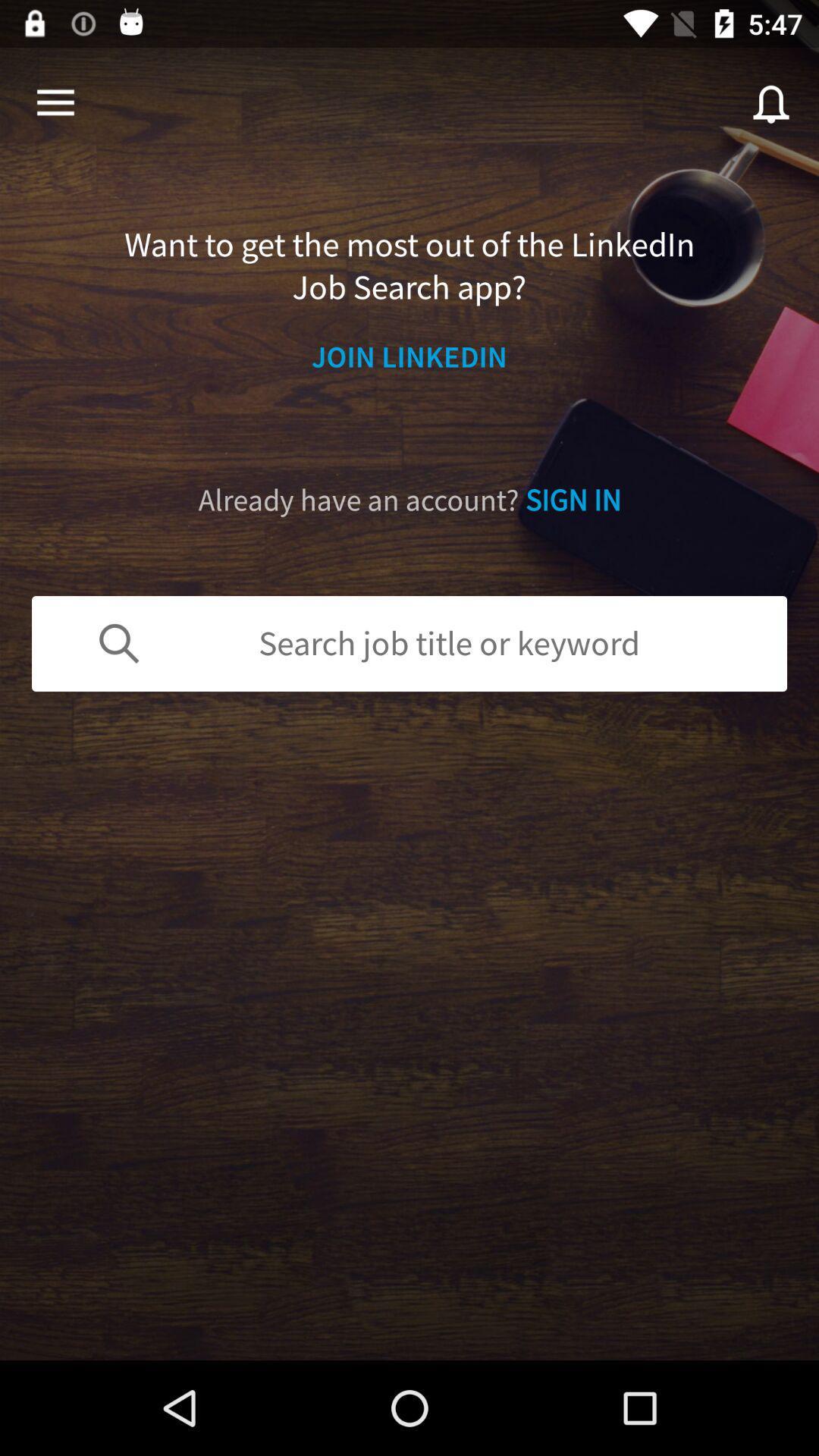 The image size is (819, 1456). What do you see at coordinates (55, 102) in the screenshot?
I see `item to the left of the search` at bounding box center [55, 102].